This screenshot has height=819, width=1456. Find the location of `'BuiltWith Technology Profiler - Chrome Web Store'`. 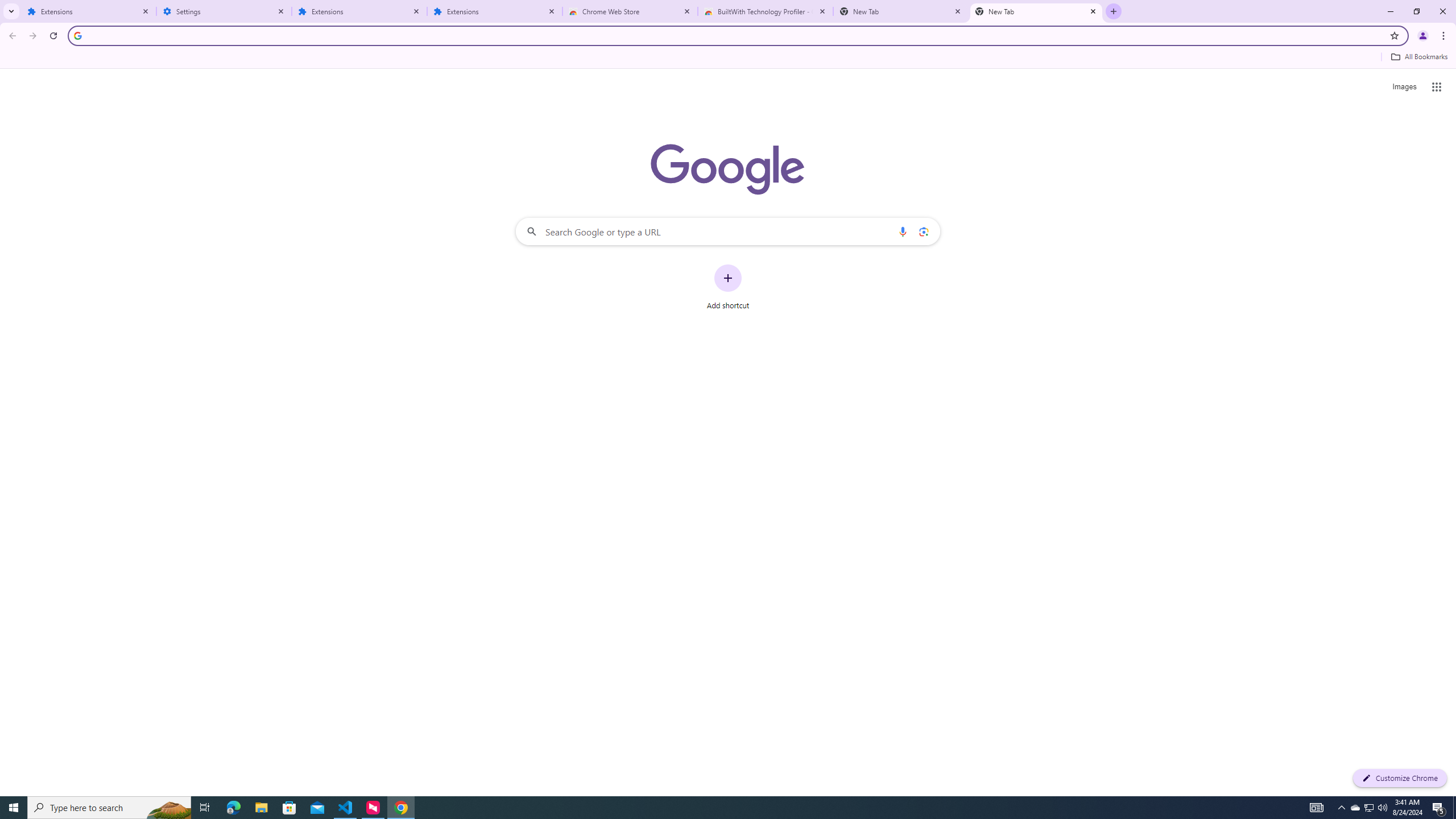

'BuiltWith Technology Profiler - Chrome Web Store' is located at coordinates (765, 11).